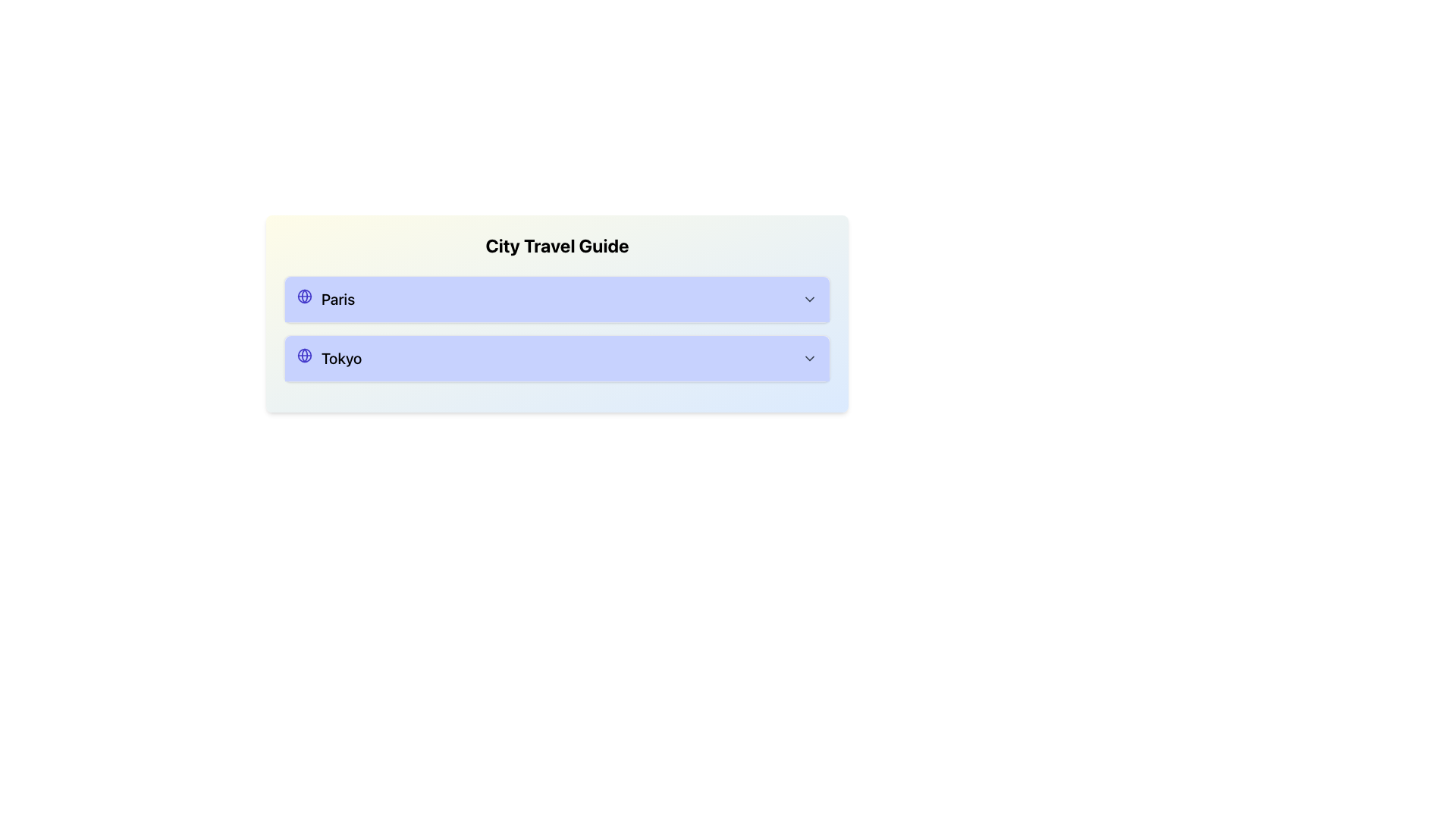 The width and height of the screenshot is (1456, 819). What do you see at coordinates (809, 359) in the screenshot?
I see `the downward-pointing chevron icon next to the 'Tokyo' text within the light indigo box` at bounding box center [809, 359].